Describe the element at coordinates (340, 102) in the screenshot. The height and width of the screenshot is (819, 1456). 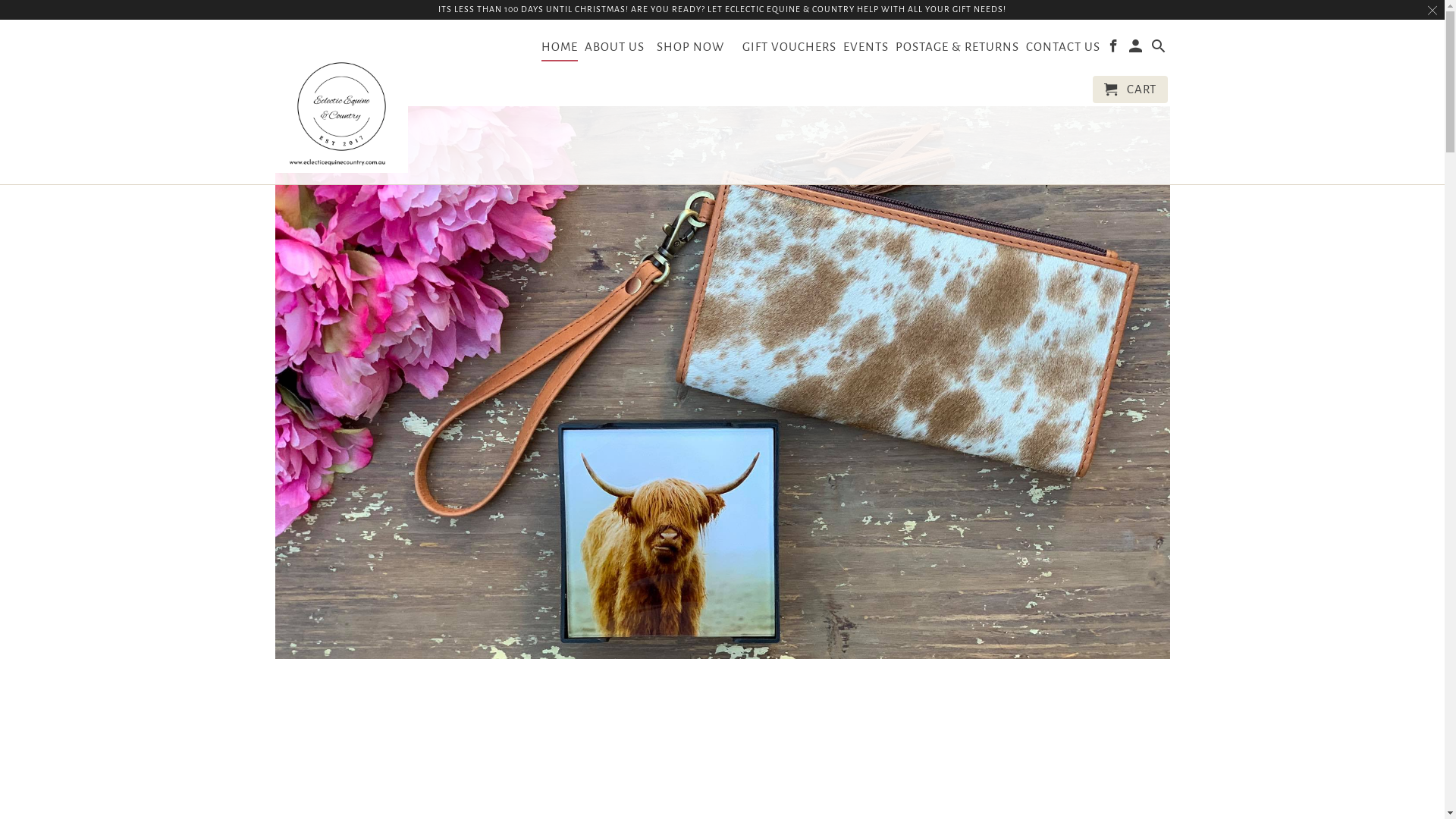
I see `'Eclectic Equine & Country'` at that location.